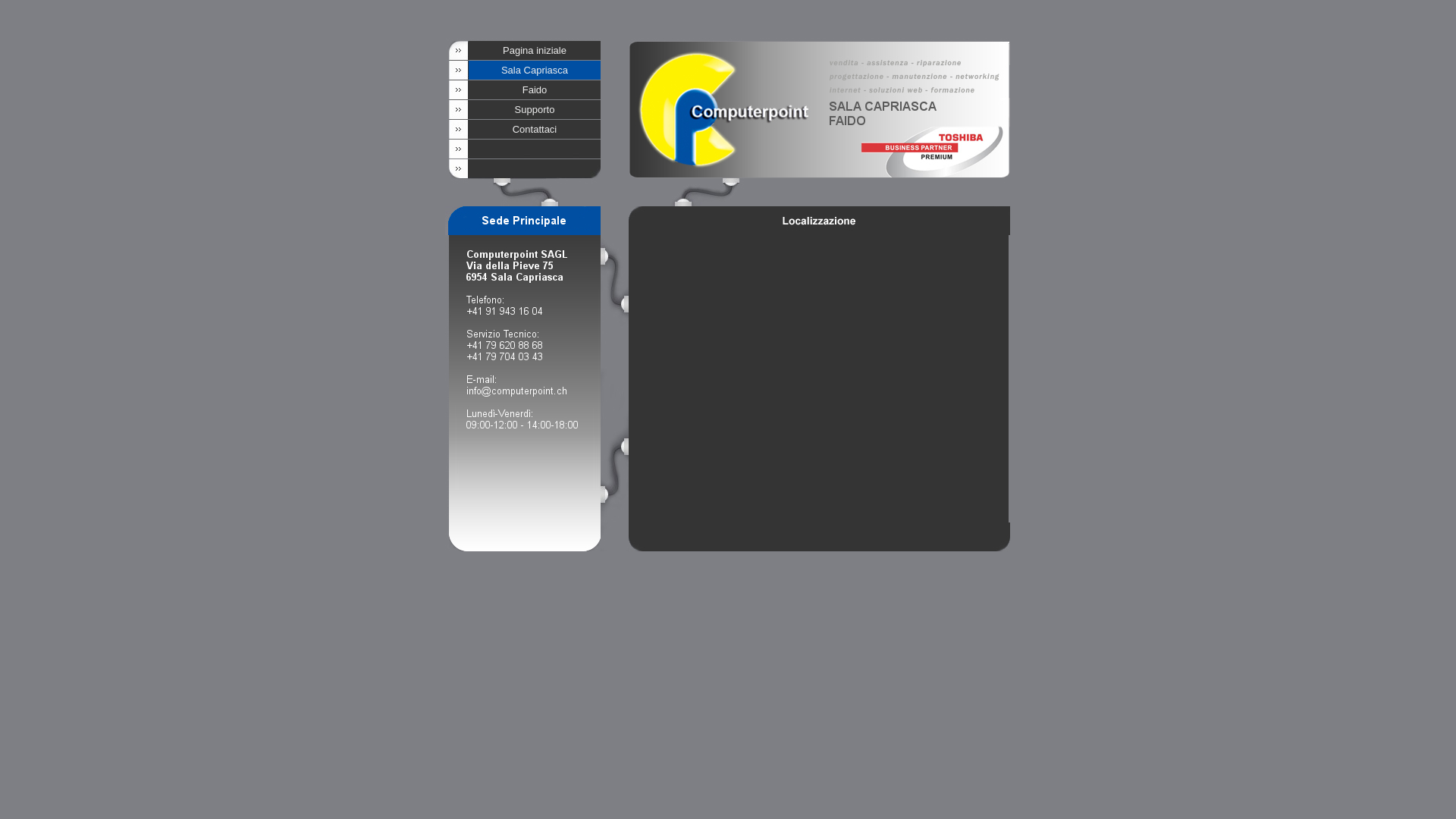  What do you see at coordinates (535, 128) in the screenshot?
I see `'Contattaci'` at bounding box center [535, 128].